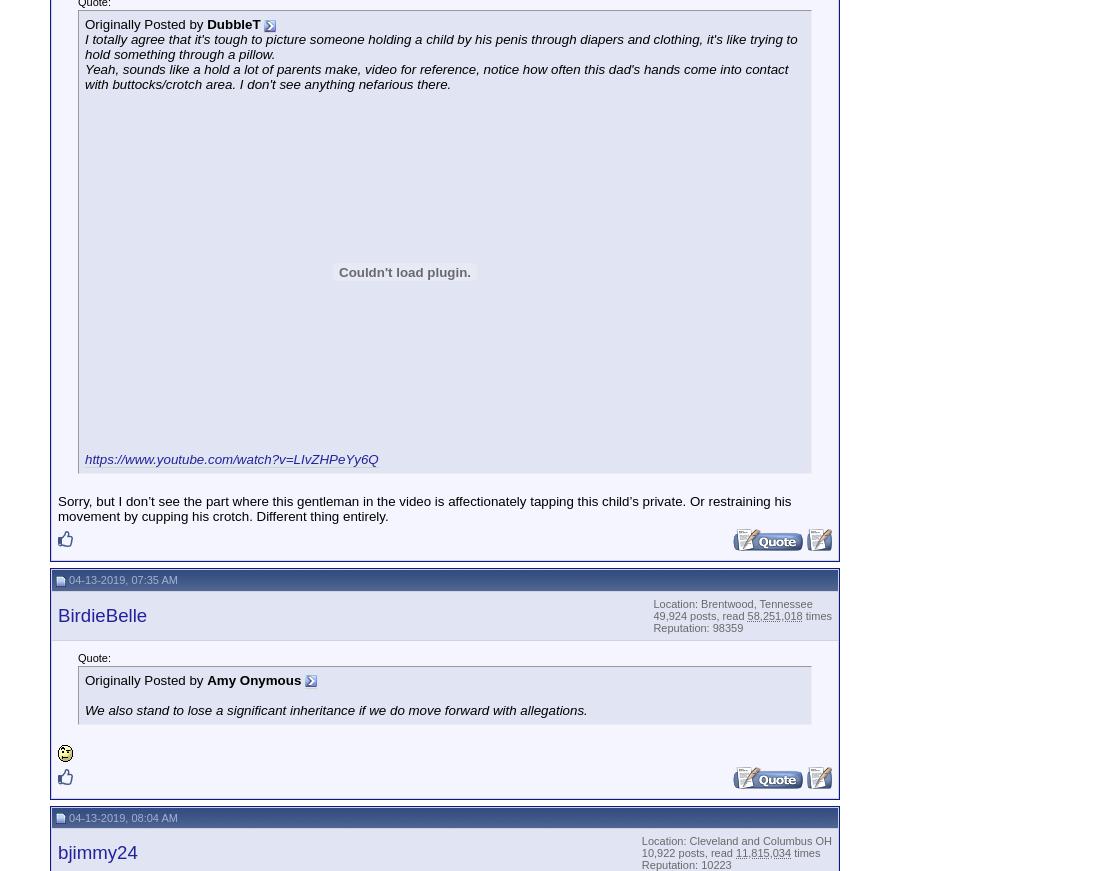 The height and width of the screenshot is (871, 1100). Describe the element at coordinates (77, 655) in the screenshot. I see `'Quote:'` at that location.